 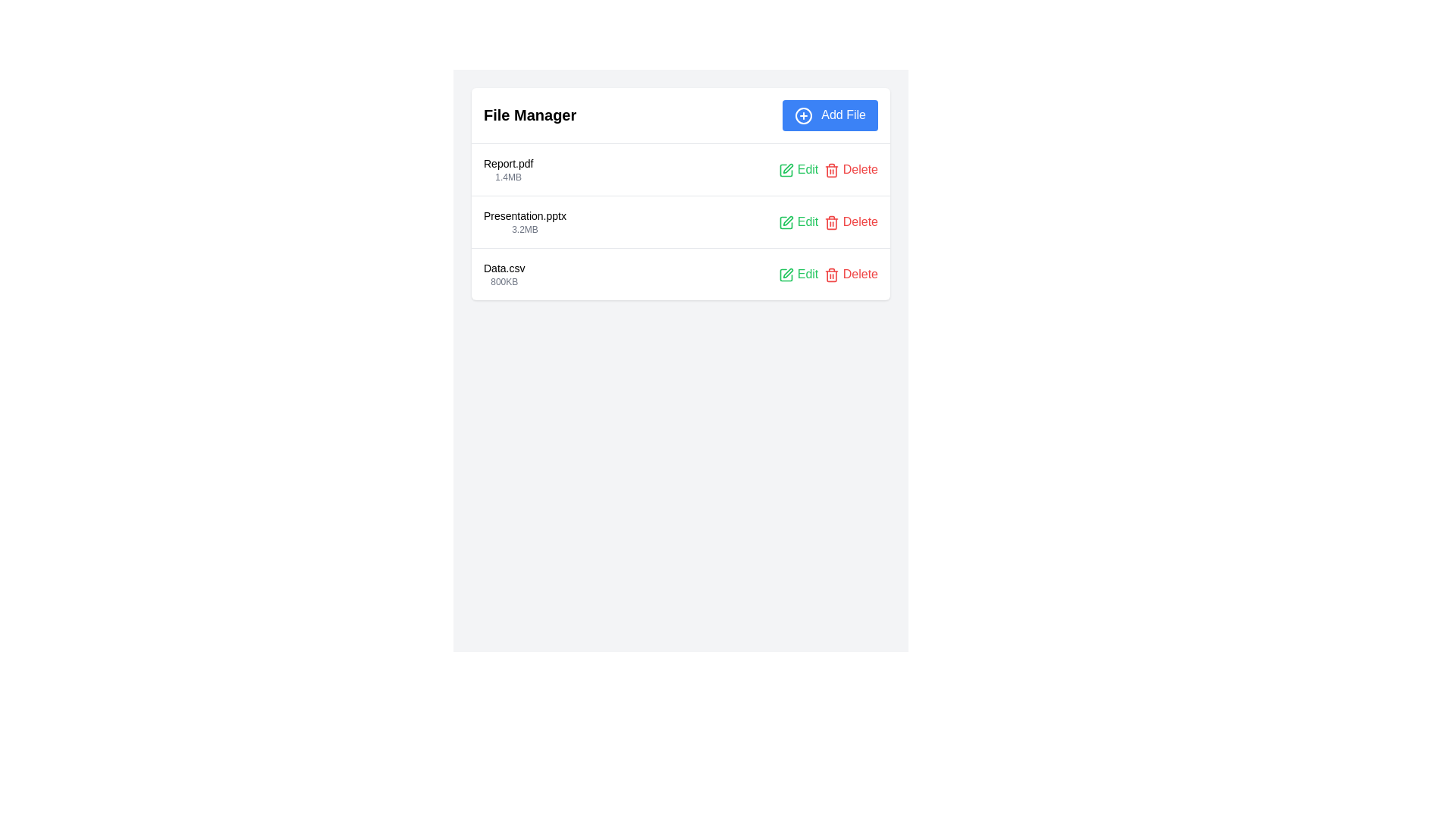 What do you see at coordinates (851, 169) in the screenshot?
I see `the red 'Delete' button with a trash bin icon located next to the 'Edit' button in the file manager interface` at bounding box center [851, 169].